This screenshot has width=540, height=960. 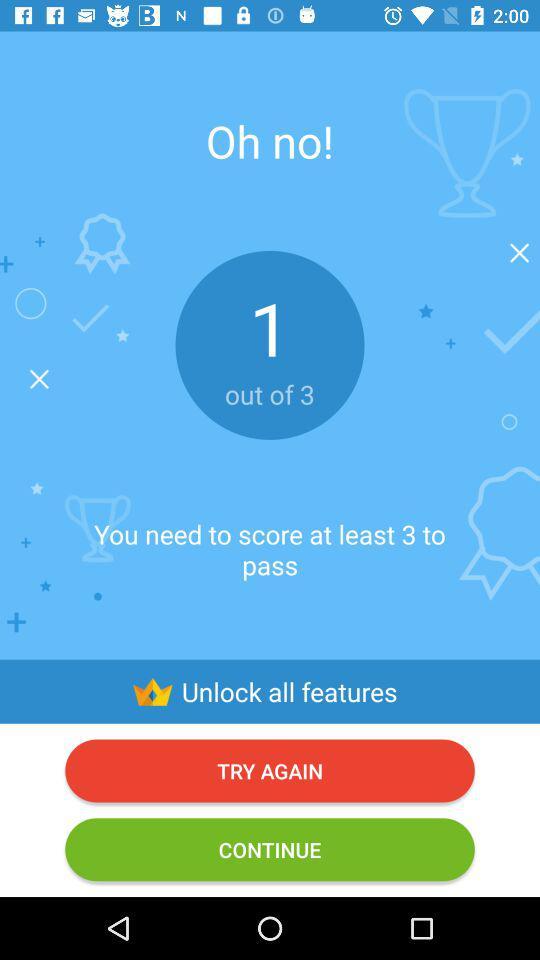 I want to click on continue item, so click(x=270, y=848).